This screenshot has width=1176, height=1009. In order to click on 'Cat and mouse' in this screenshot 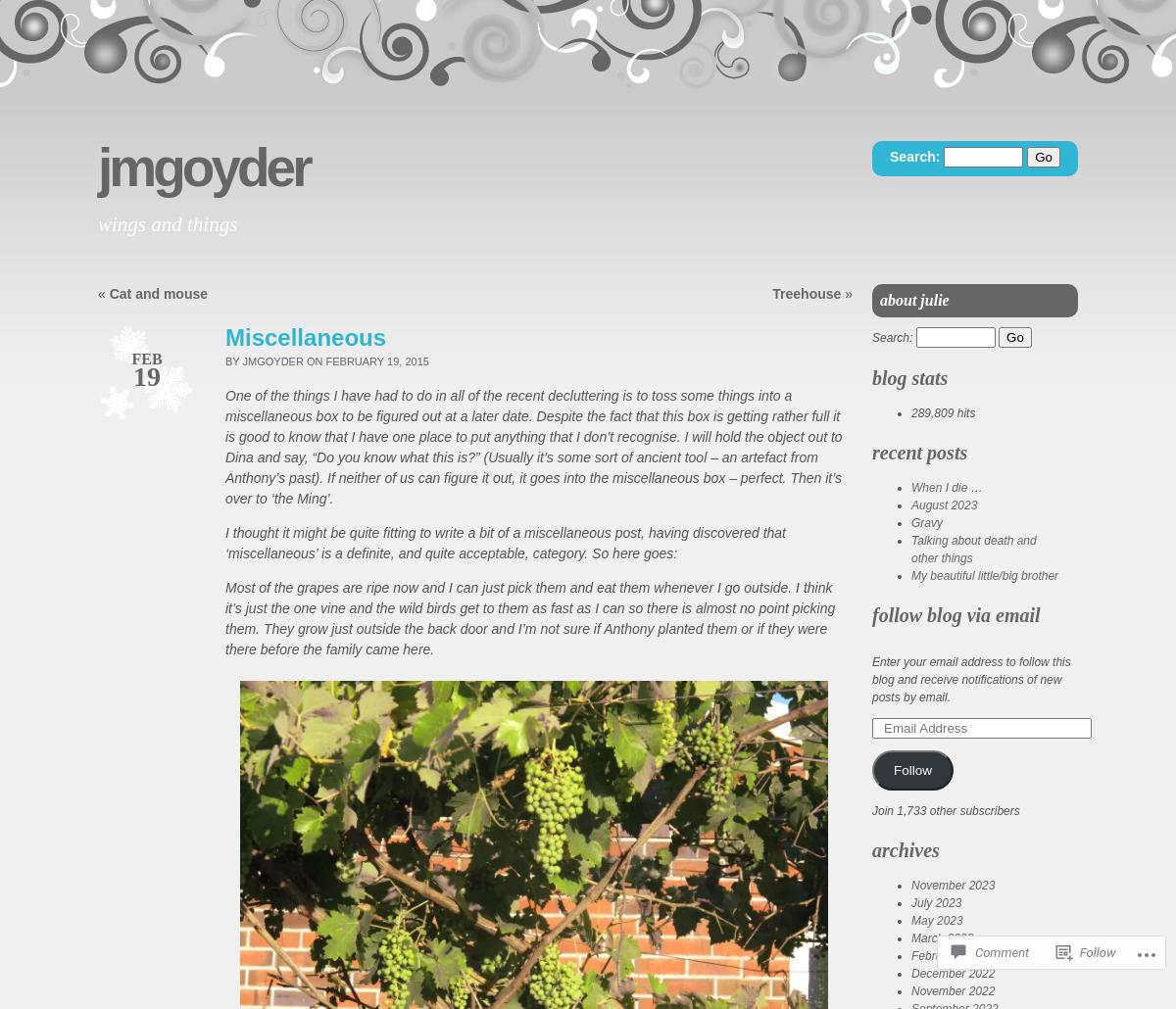, I will do `click(109, 293)`.